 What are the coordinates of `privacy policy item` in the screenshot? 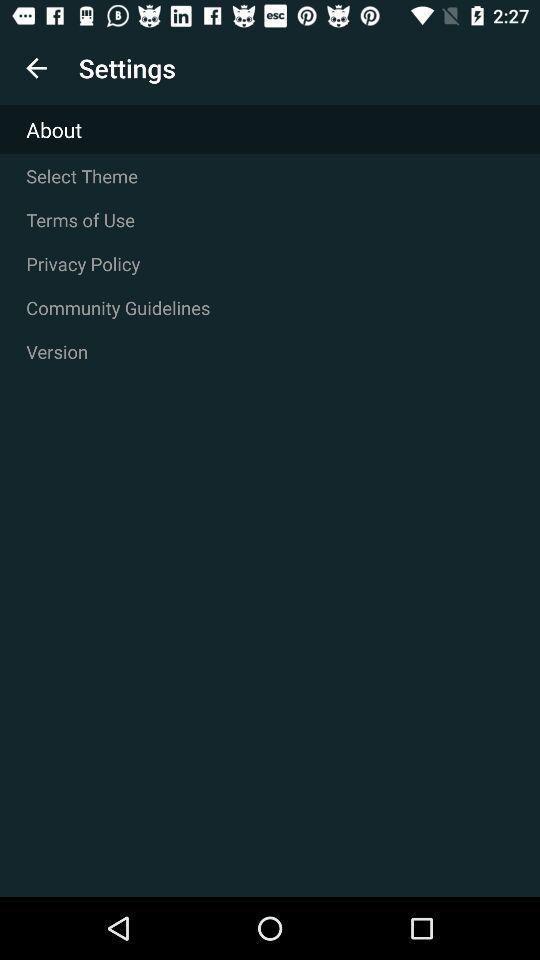 It's located at (270, 263).